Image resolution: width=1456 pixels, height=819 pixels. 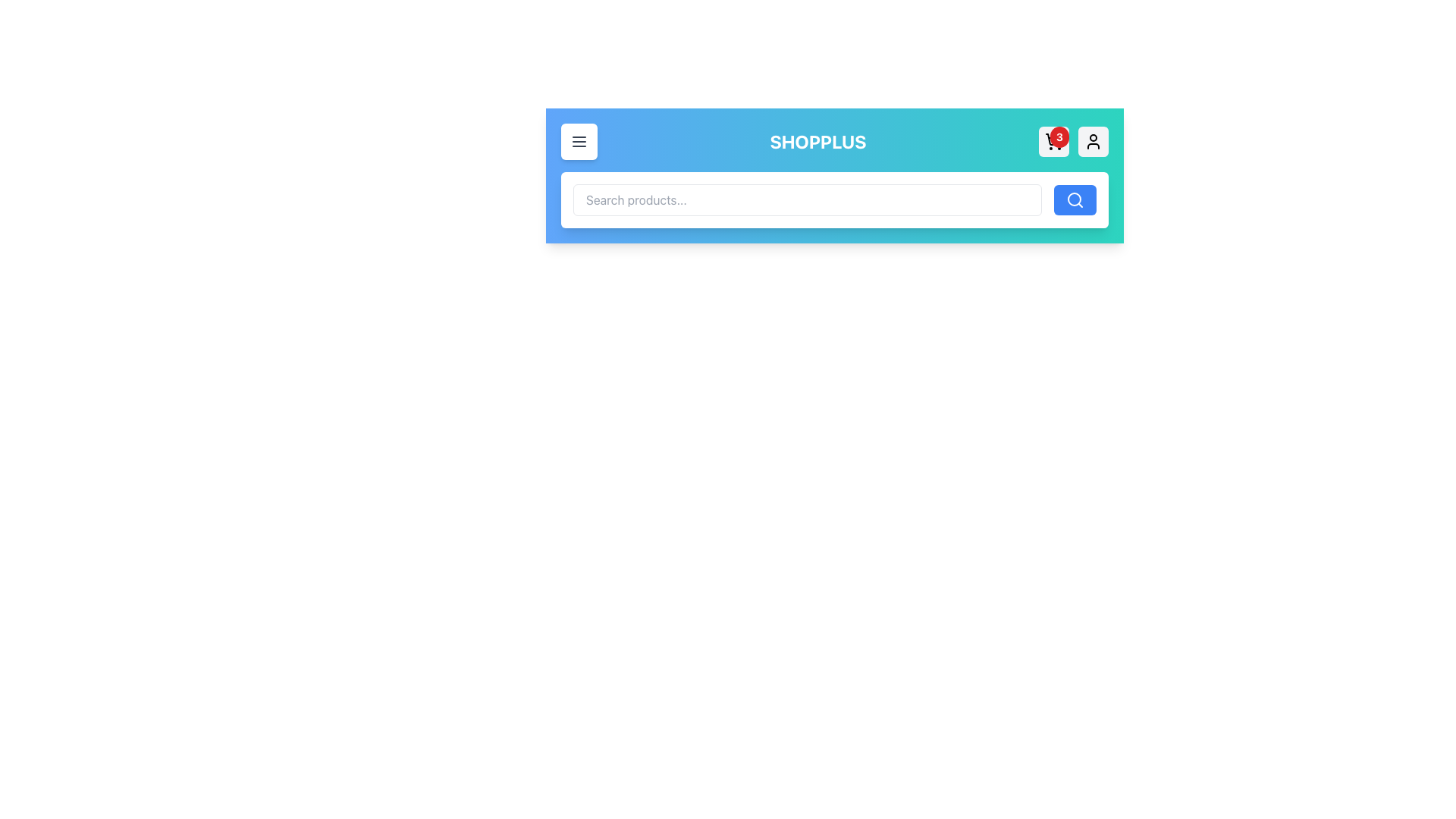 I want to click on the shopping cart icon button located at the top-right corner of the interface, so click(x=1053, y=141).